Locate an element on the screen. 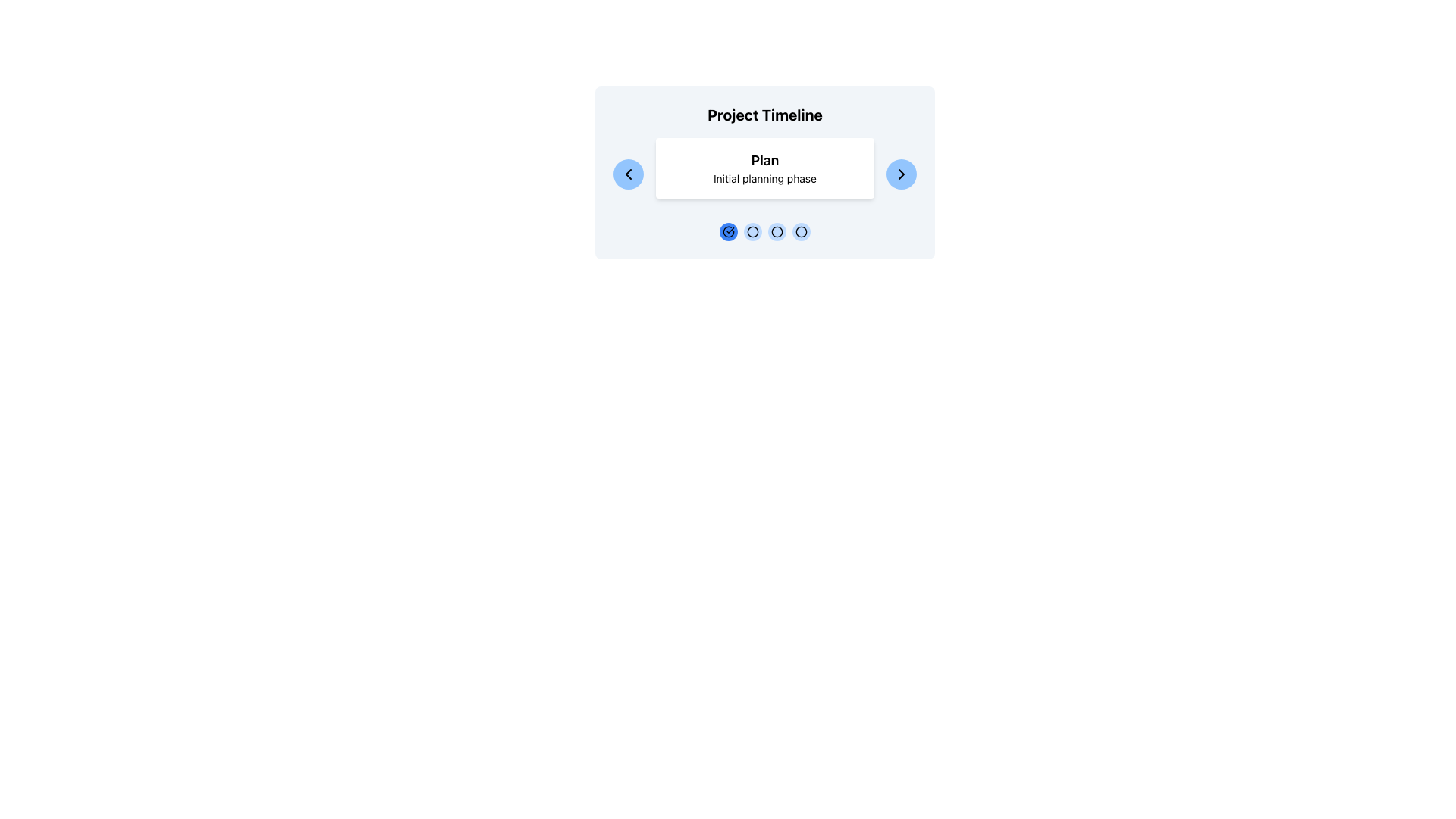 The width and height of the screenshot is (1456, 819). the Informational card displaying 'Plan' and 'Initial planning phase', which is located at the center of the interface above navigation buttons is located at coordinates (764, 168).